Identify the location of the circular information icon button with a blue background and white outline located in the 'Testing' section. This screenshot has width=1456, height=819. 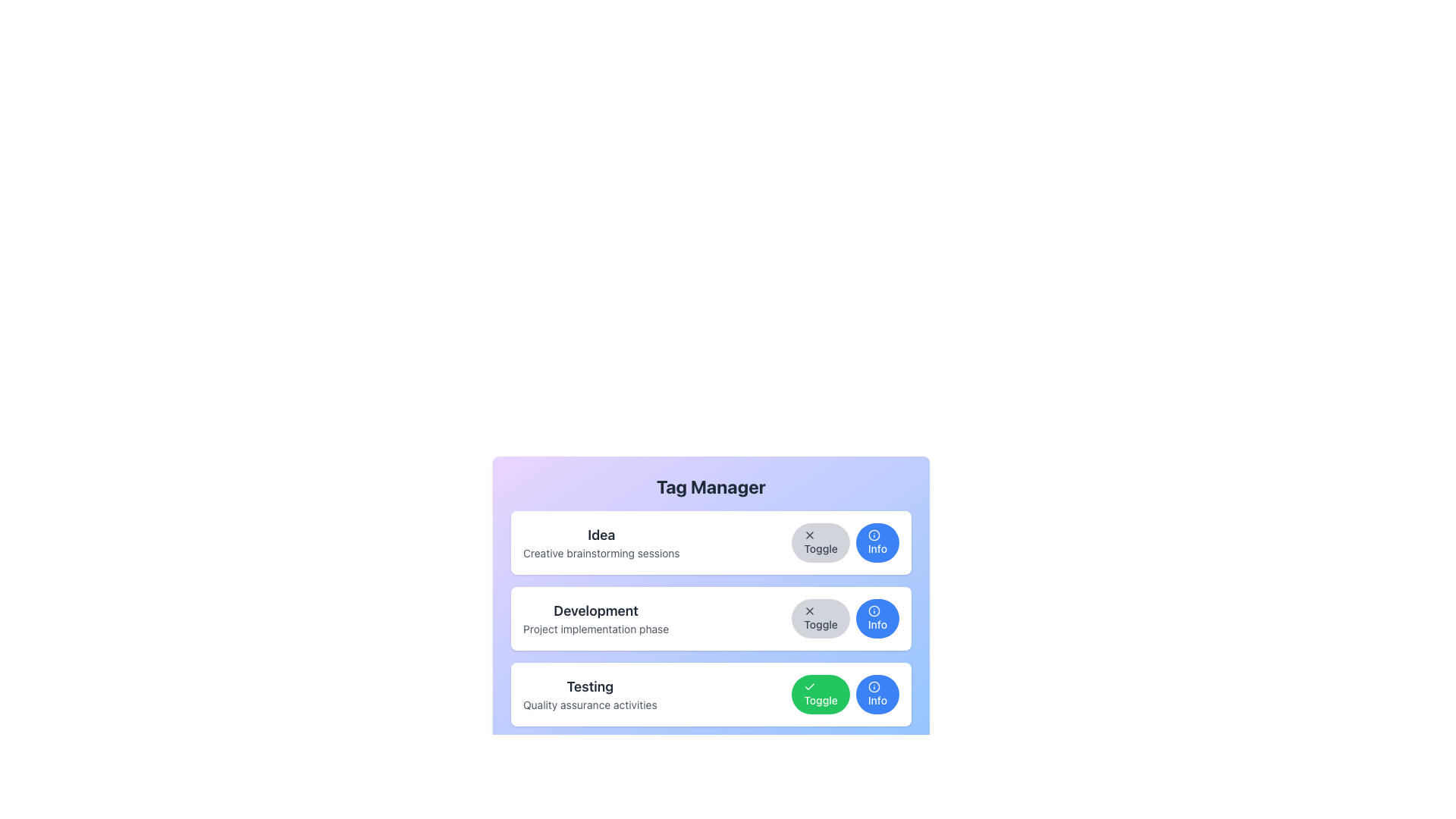
(874, 687).